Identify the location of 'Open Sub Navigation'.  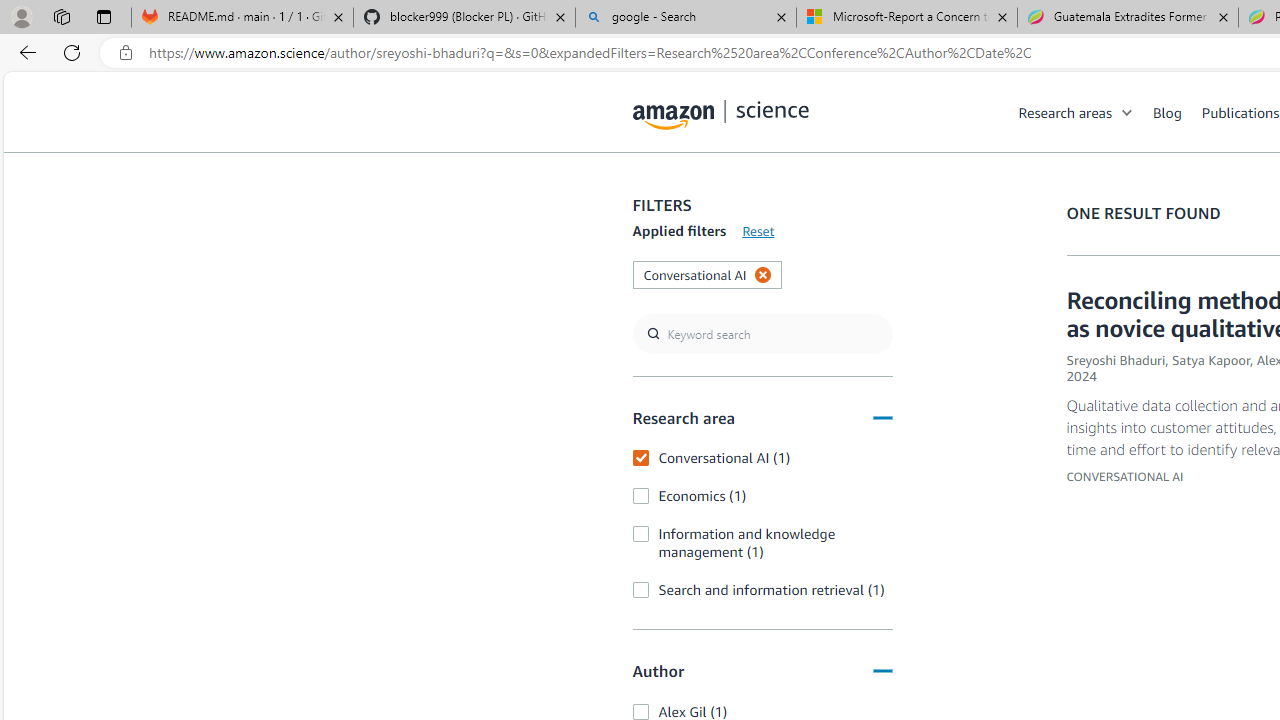
(1128, 111).